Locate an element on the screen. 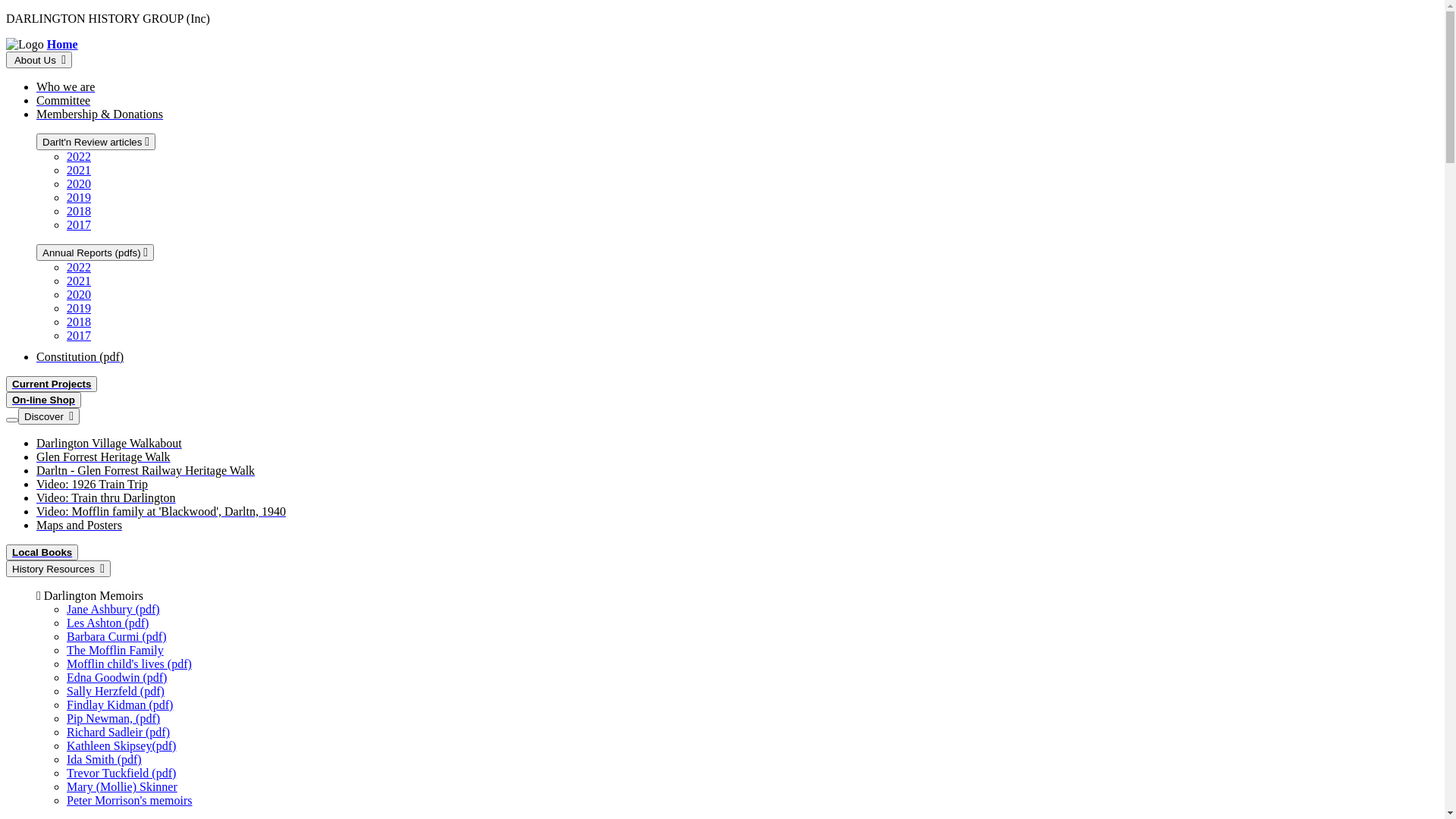 The width and height of the screenshot is (1456, 819). 'Video: Mofflin family at 'Blackwood', Darltn, 1940' is located at coordinates (161, 511).